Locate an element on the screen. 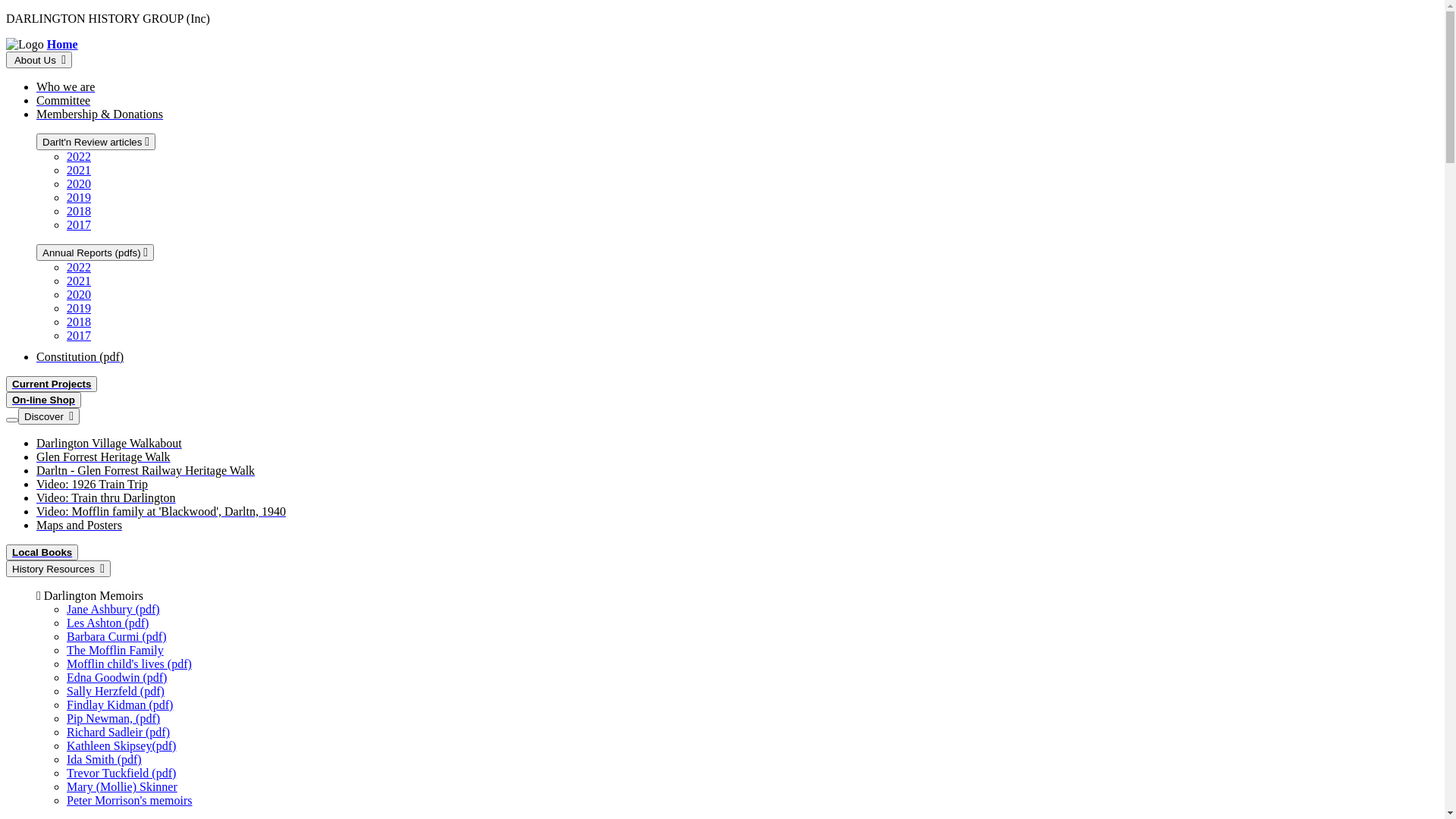 The width and height of the screenshot is (1456, 819). 'Video: Mofflin family at 'Blackwood', Darltn, 1940' is located at coordinates (161, 511).